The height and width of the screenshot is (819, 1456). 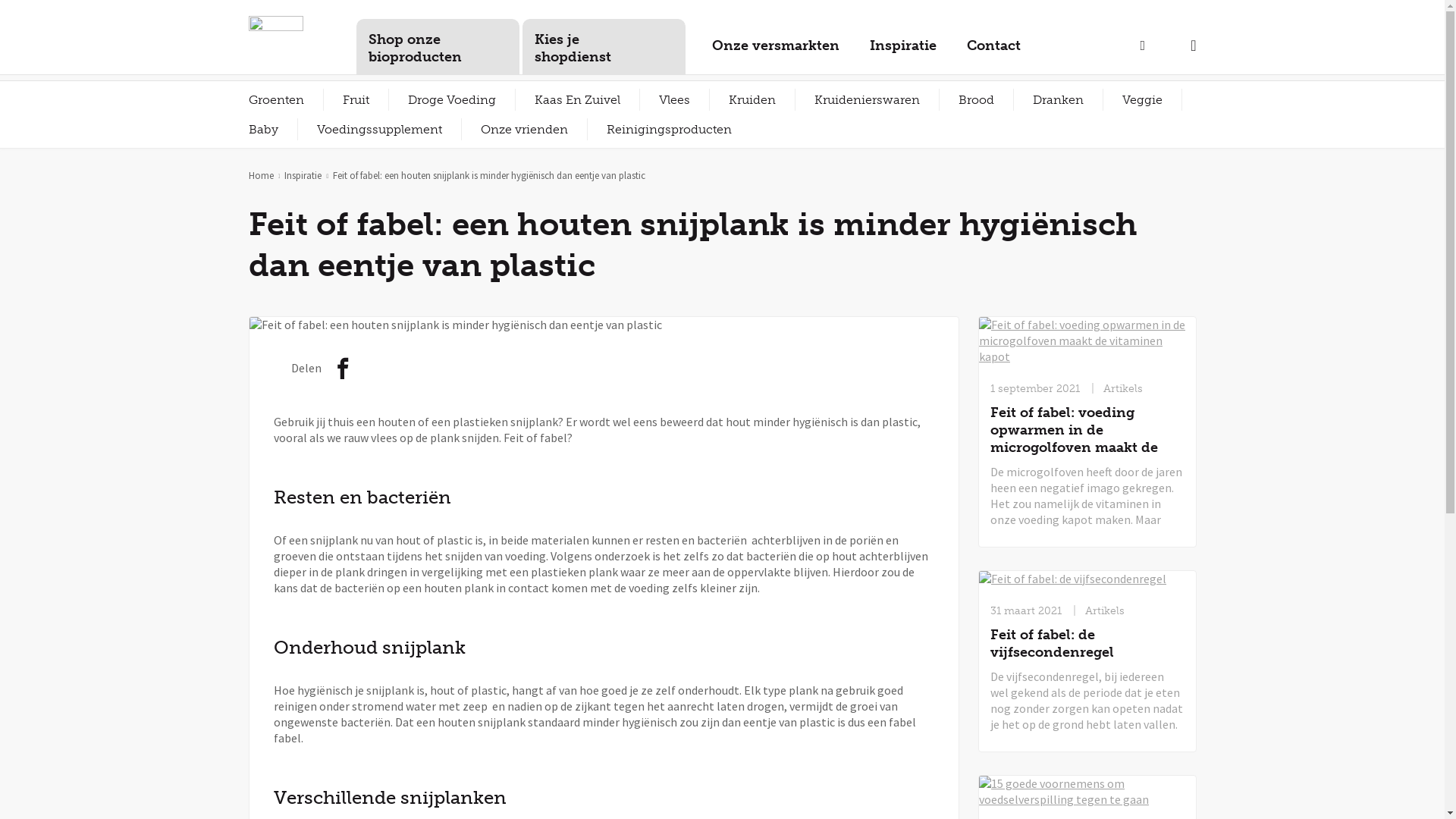 What do you see at coordinates (993, 51) in the screenshot?
I see `'Contact'` at bounding box center [993, 51].